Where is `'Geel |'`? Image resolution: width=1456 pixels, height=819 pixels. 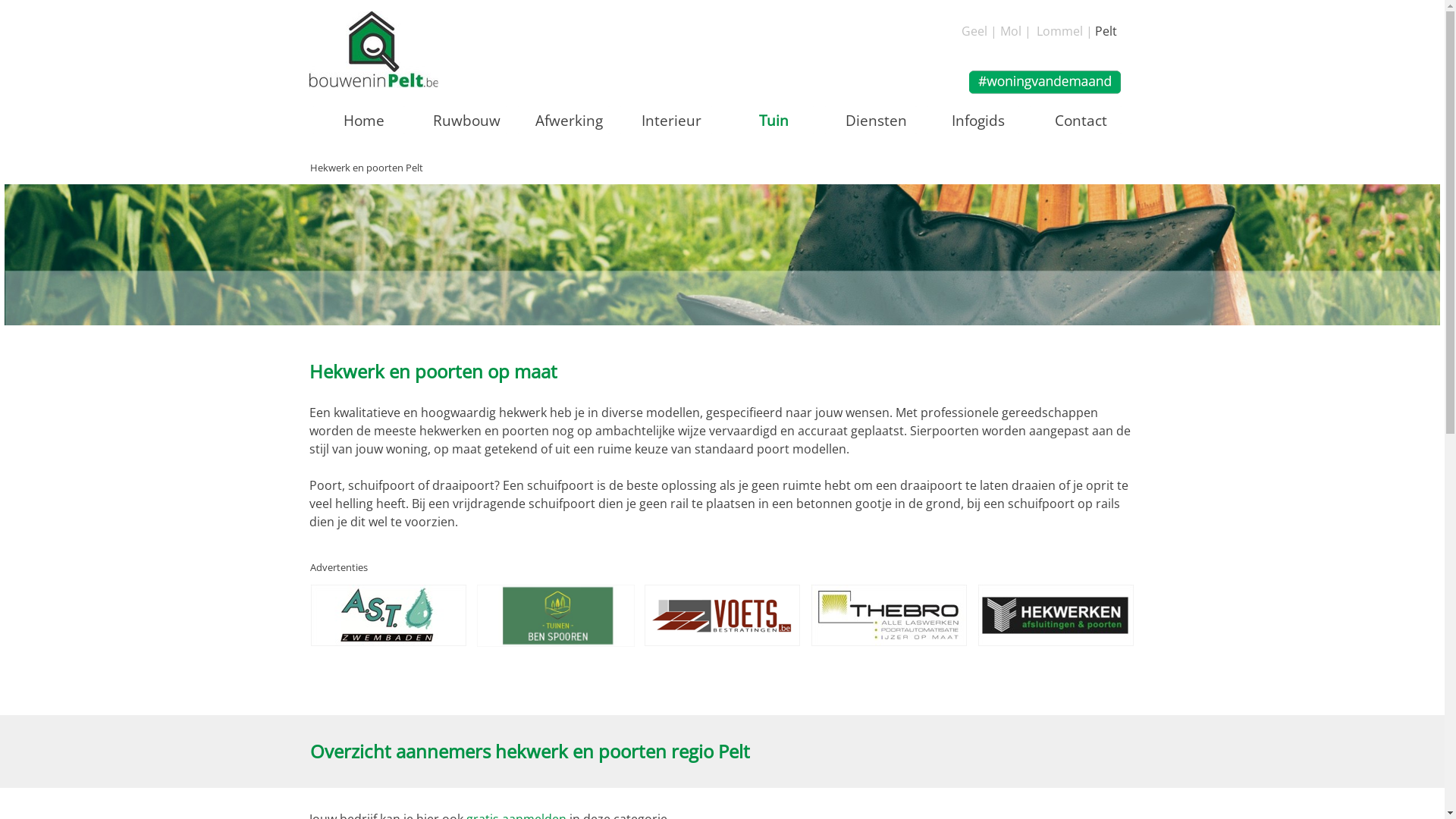 'Geel |' is located at coordinates (979, 31).